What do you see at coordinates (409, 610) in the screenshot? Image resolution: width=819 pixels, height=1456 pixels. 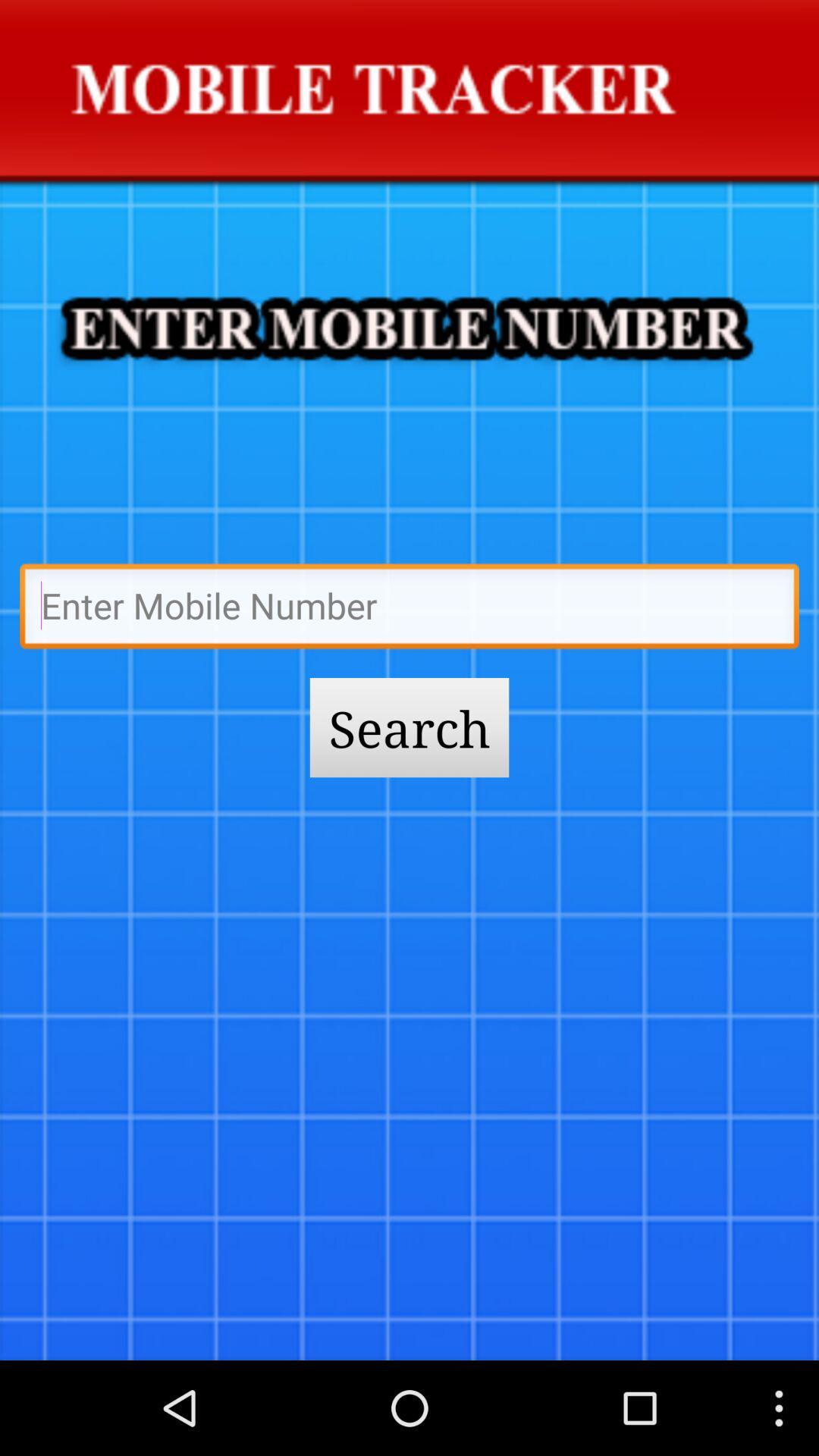 I see `trackering to be mobile is given` at bounding box center [409, 610].